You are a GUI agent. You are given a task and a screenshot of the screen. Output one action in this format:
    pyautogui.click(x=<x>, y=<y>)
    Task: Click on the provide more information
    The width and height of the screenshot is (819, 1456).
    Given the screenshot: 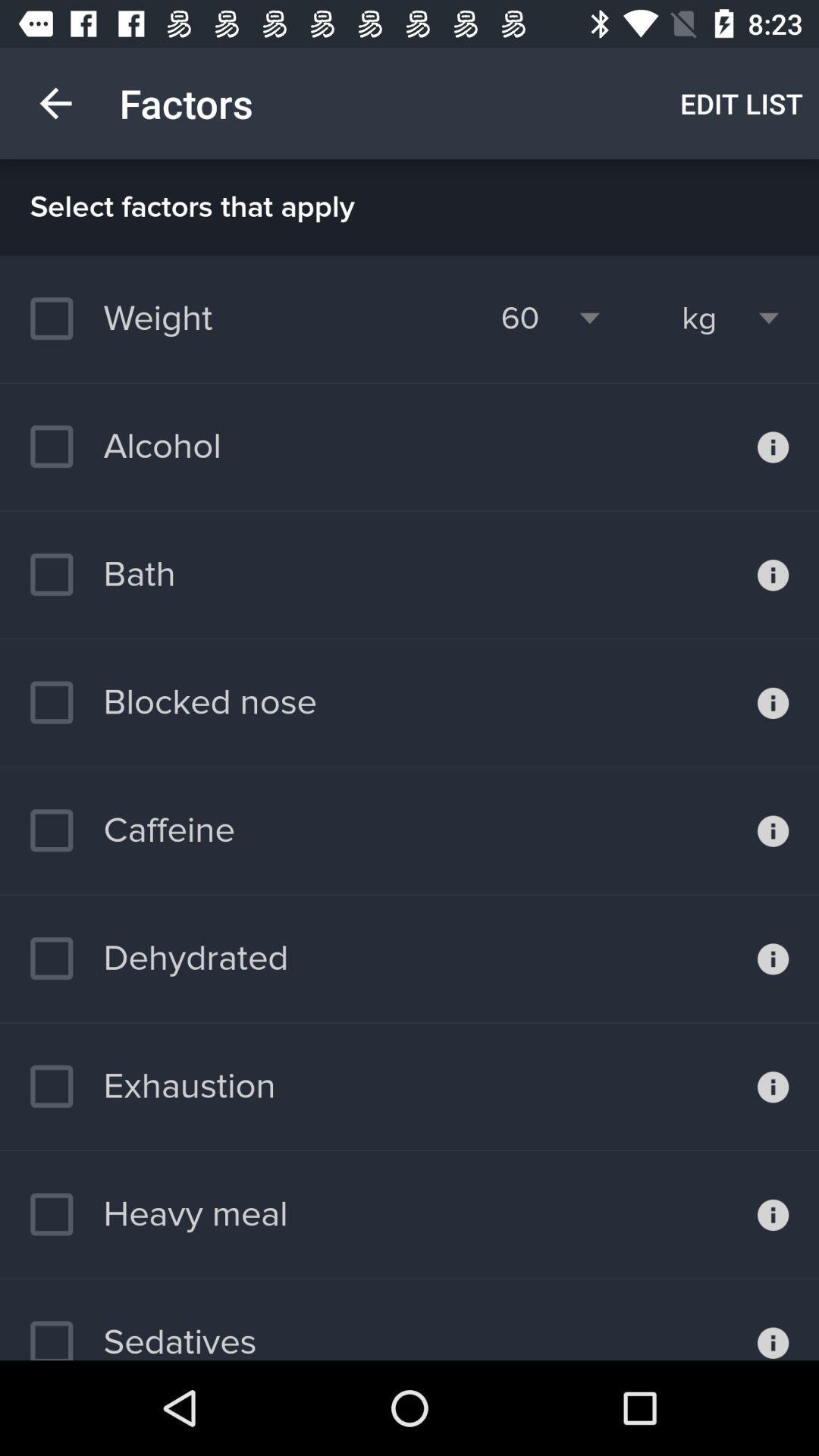 What is the action you would take?
    pyautogui.click(x=773, y=1319)
    